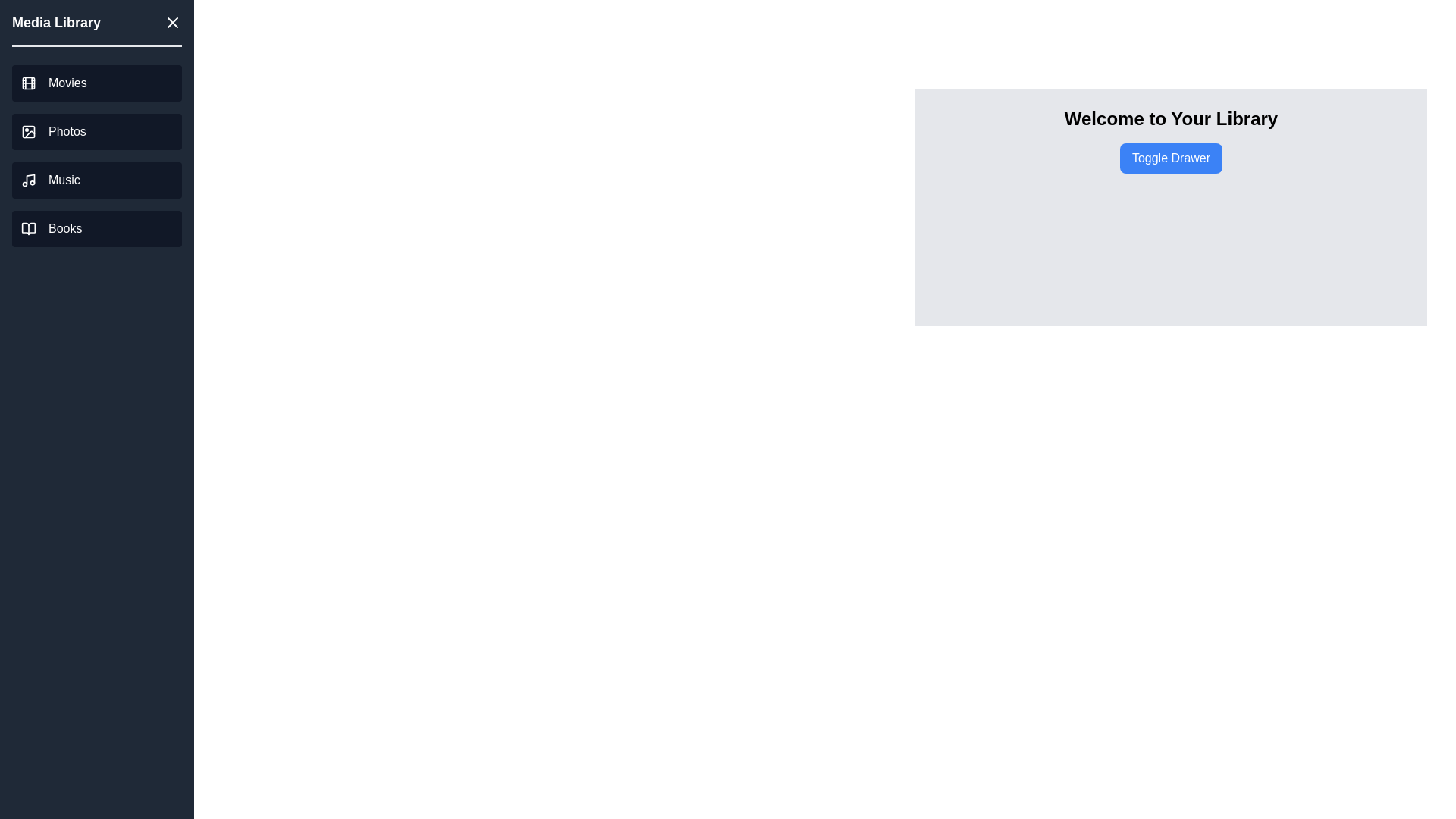 Image resolution: width=1456 pixels, height=819 pixels. What do you see at coordinates (96, 83) in the screenshot?
I see `the 'Movies' link in the drawer` at bounding box center [96, 83].